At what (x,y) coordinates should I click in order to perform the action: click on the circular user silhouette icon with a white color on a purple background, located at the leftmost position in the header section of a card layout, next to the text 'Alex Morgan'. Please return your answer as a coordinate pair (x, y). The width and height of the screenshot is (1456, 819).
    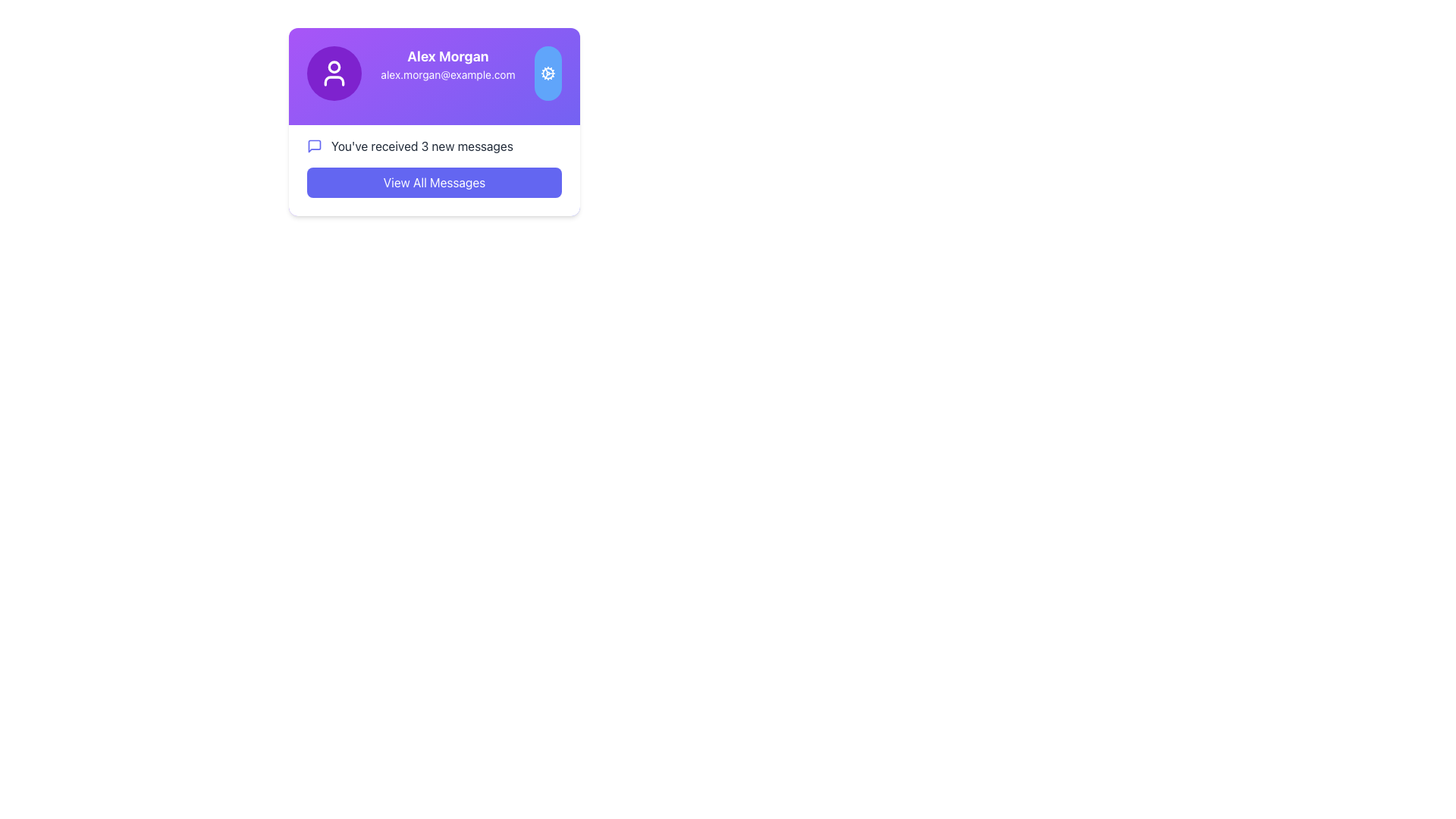
    Looking at the image, I should click on (334, 73).